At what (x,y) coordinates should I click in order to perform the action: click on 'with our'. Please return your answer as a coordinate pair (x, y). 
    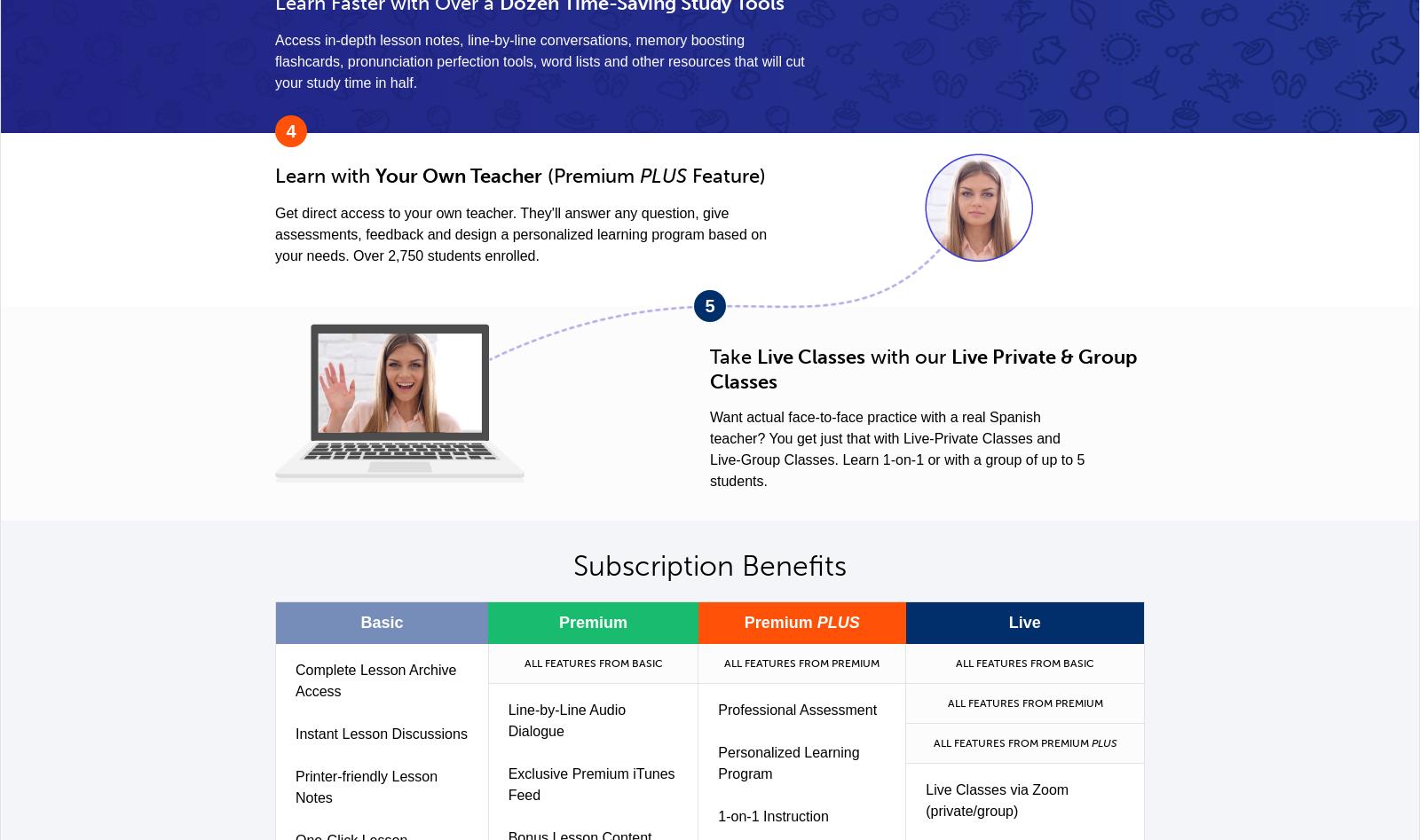
    Looking at the image, I should click on (908, 357).